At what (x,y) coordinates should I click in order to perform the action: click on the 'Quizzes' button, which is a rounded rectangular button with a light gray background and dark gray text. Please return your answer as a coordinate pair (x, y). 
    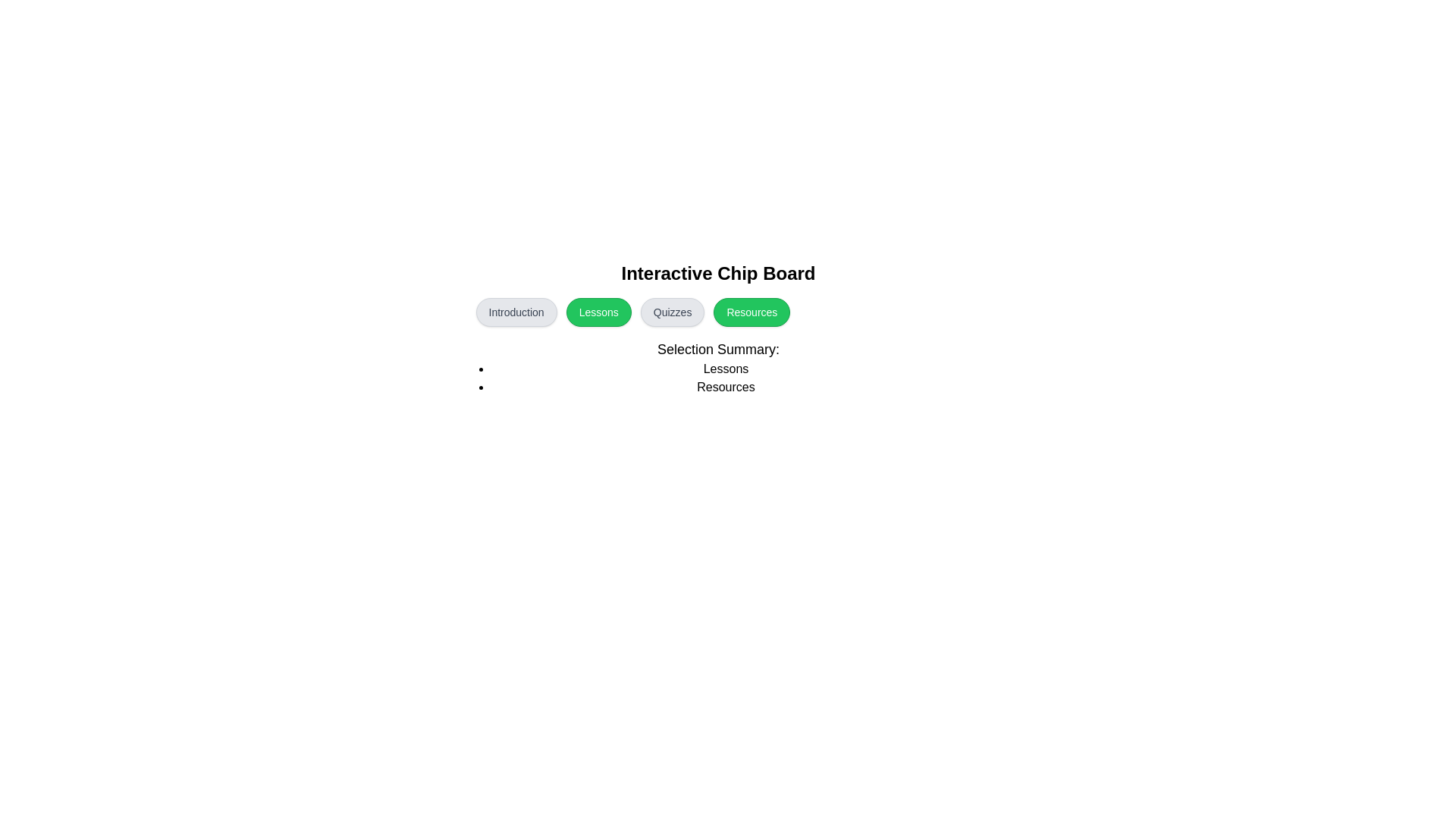
    Looking at the image, I should click on (672, 312).